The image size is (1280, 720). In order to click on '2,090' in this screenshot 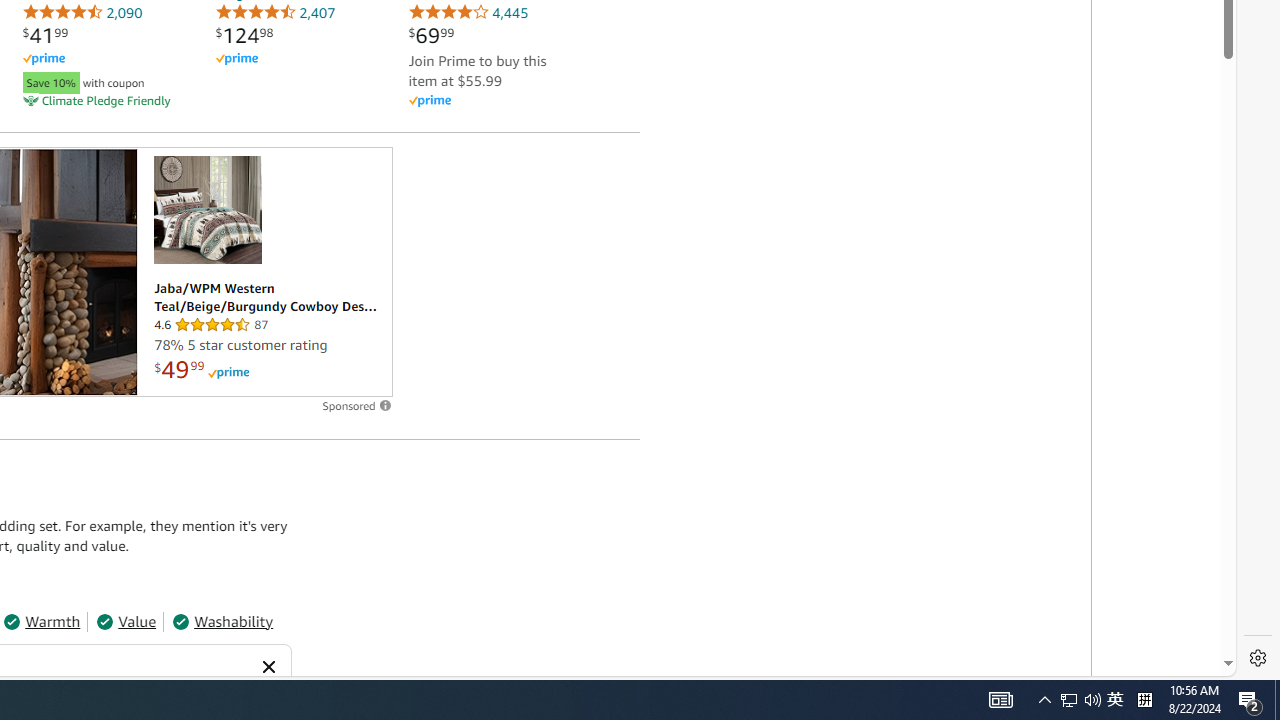, I will do `click(81, 12)`.